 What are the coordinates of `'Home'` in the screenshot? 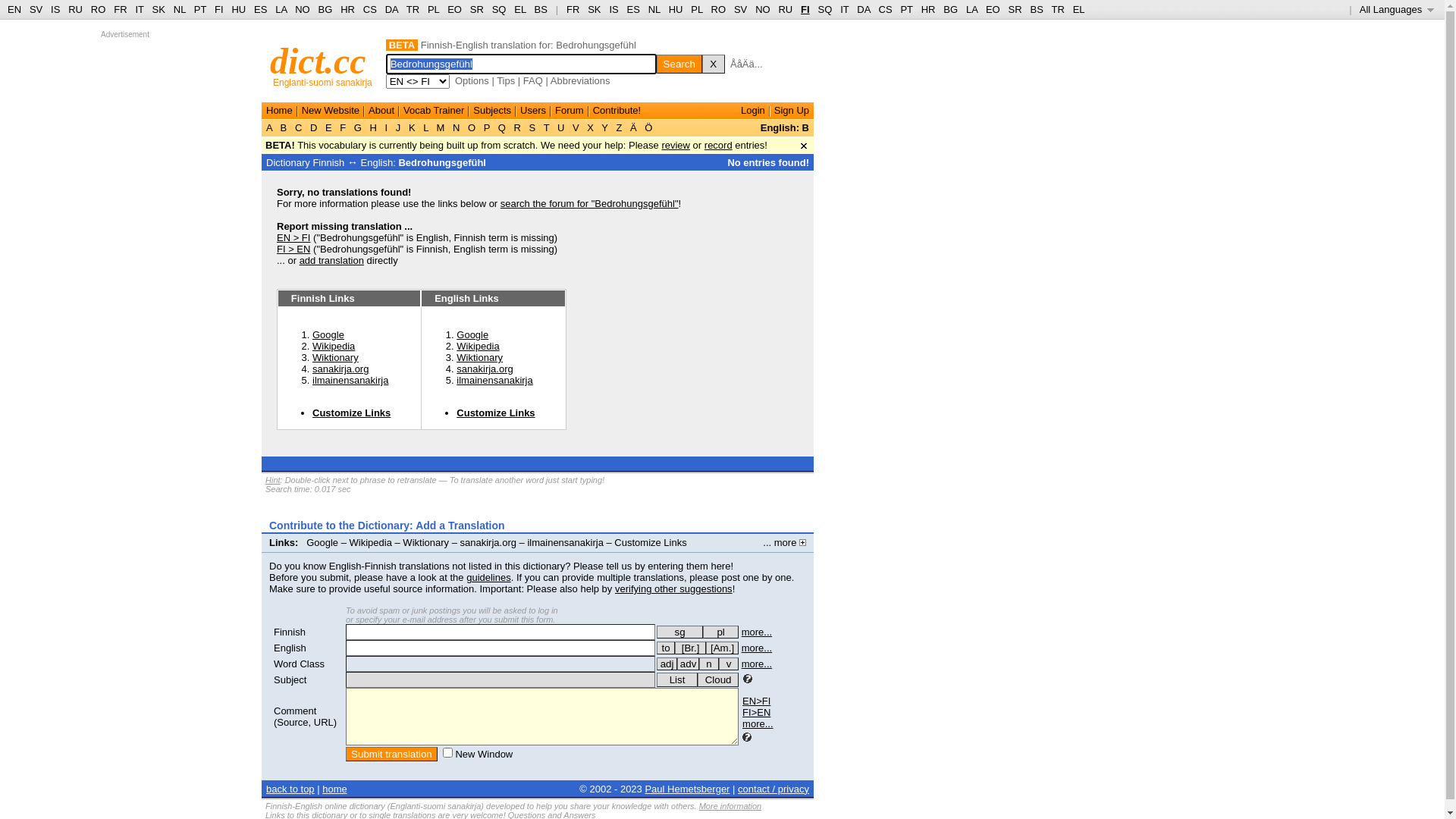 It's located at (265, 109).